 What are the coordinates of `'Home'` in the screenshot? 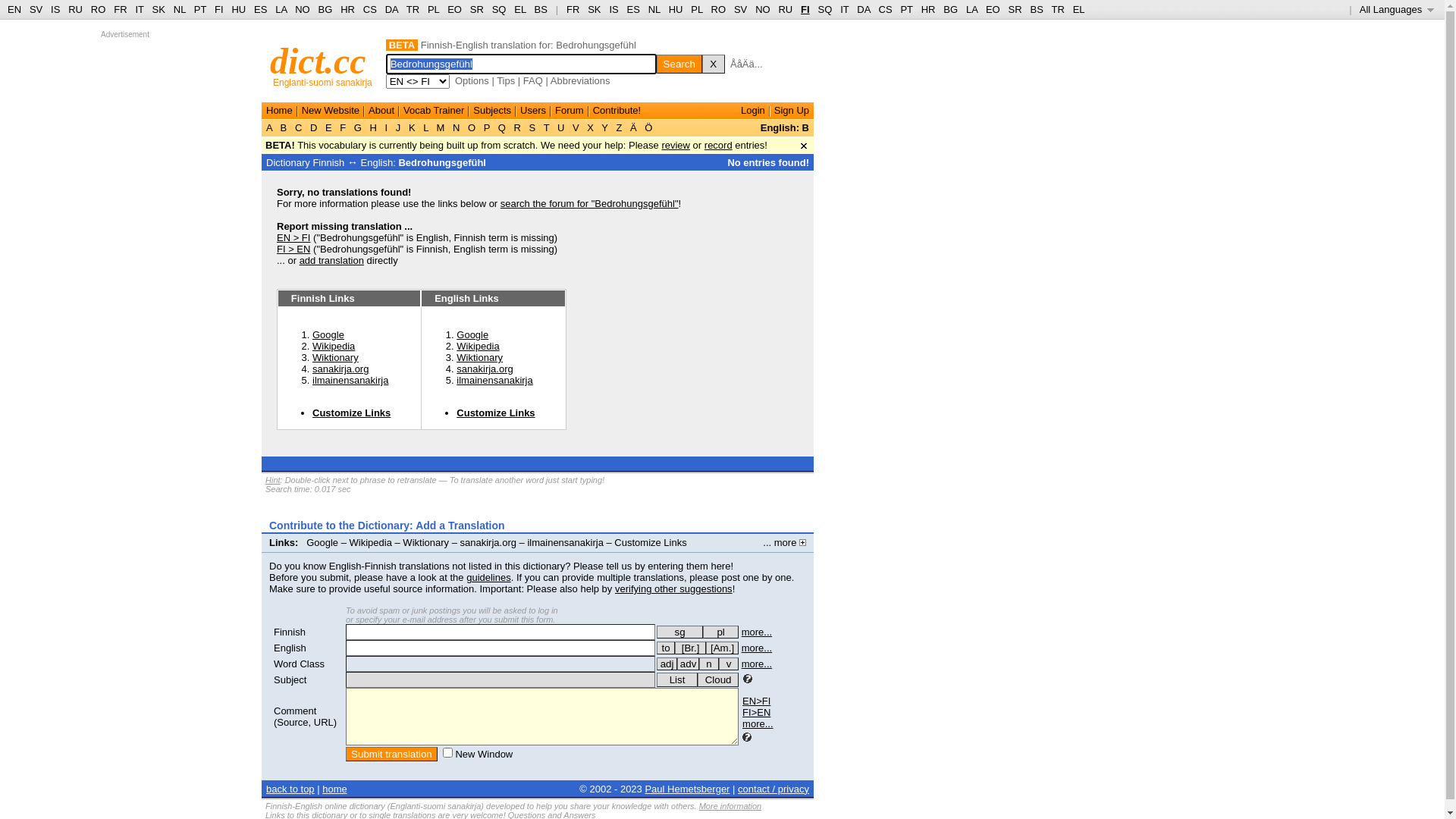 It's located at (265, 109).